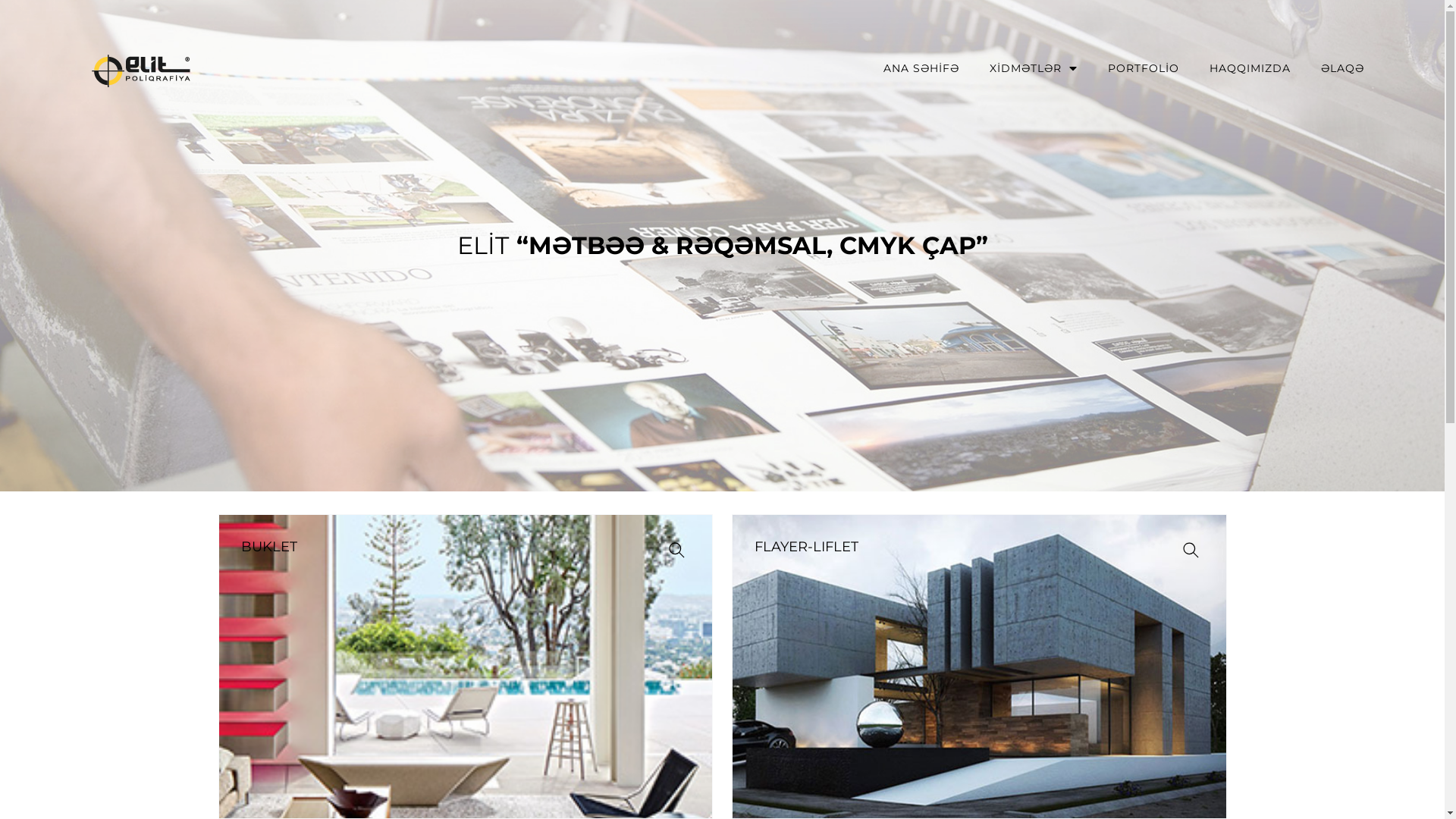 Image resolution: width=1456 pixels, height=819 pixels. What do you see at coordinates (1250, 67) in the screenshot?
I see `'HAQQIMIZDA'` at bounding box center [1250, 67].